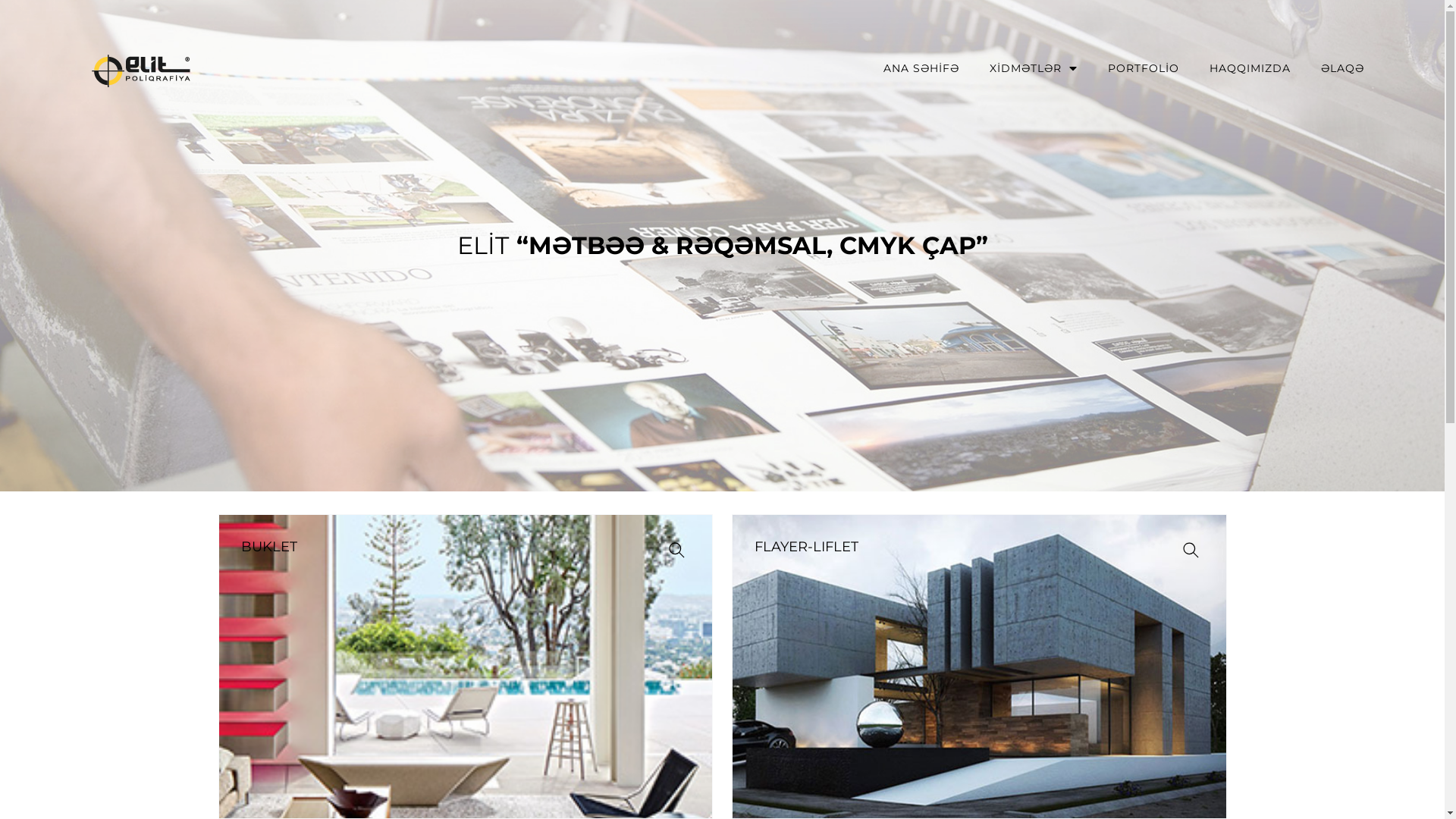 Image resolution: width=1456 pixels, height=819 pixels. What do you see at coordinates (1250, 67) in the screenshot?
I see `'HAQQIMIZDA'` at bounding box center [1250, 67].